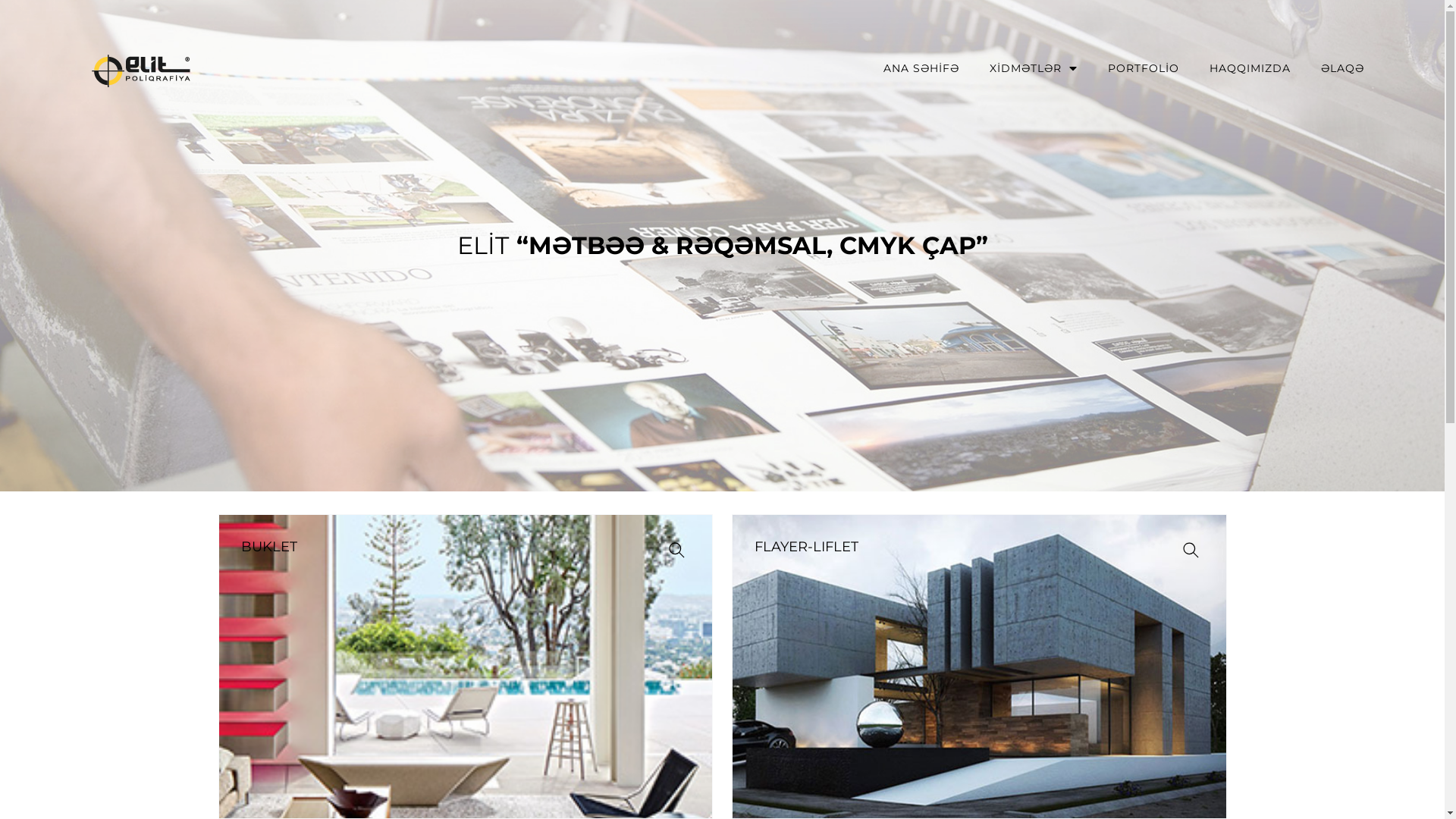 Image resolution: width=1456 pixels, height=819 pixels. What do you see at coordinates (1250, 67) in the screenshot?
I see `'HAQQIMIZDA'` at bounding box center [1250, 67].